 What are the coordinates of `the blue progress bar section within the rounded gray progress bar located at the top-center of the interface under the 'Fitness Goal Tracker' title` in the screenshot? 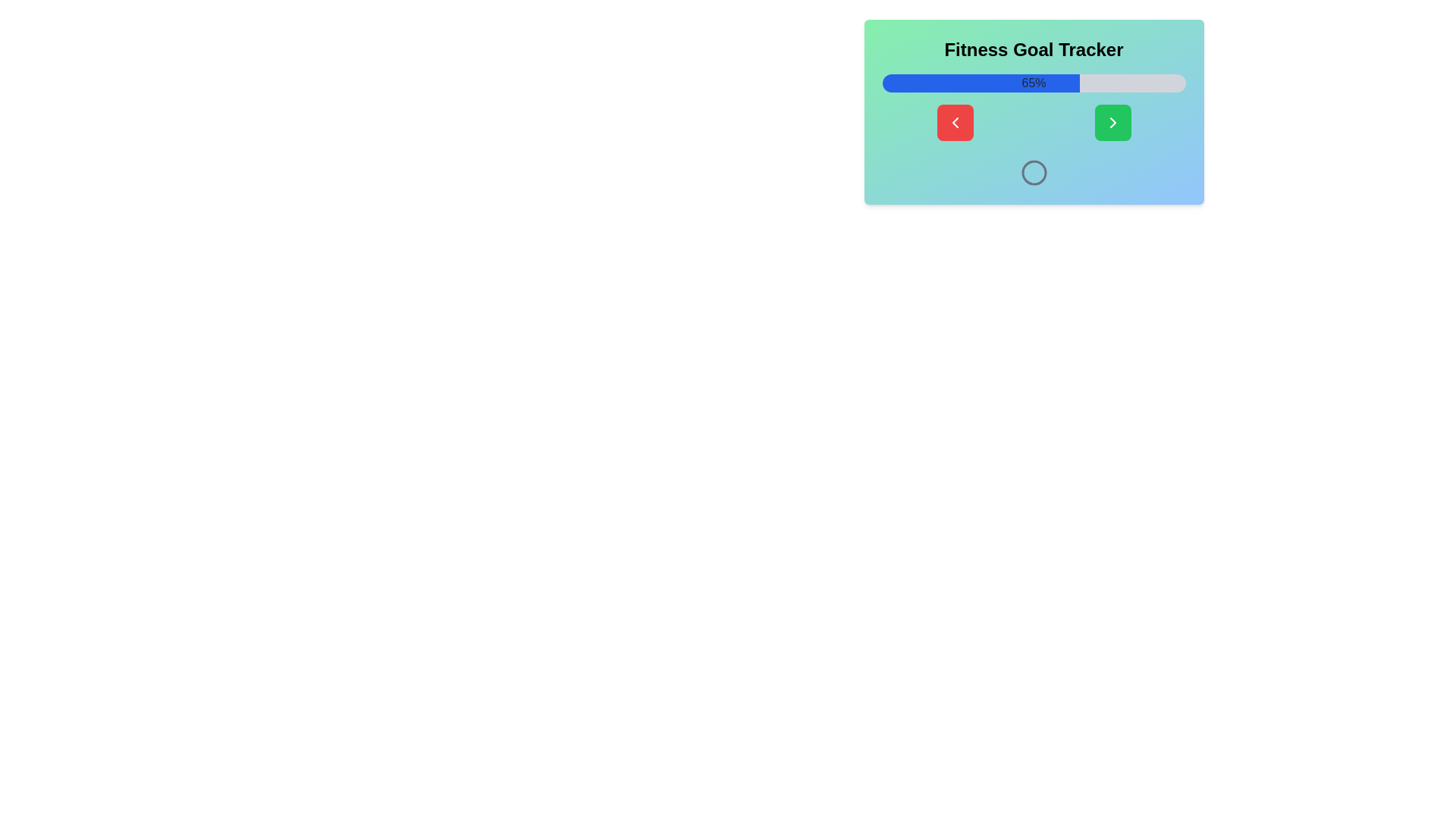 It's located at (981, 83).